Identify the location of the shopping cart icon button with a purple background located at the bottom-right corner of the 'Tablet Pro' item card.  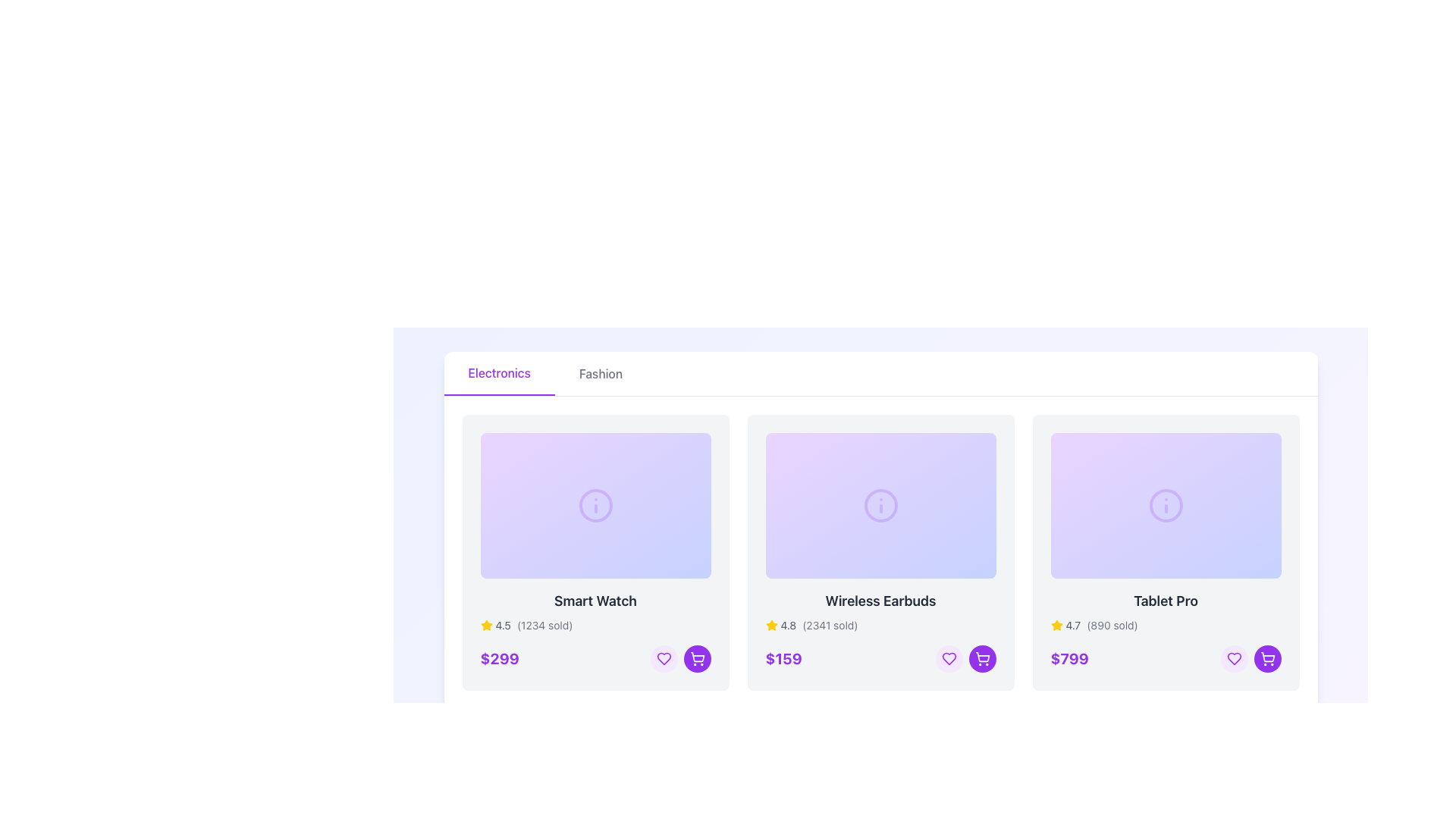
(1267, 657).